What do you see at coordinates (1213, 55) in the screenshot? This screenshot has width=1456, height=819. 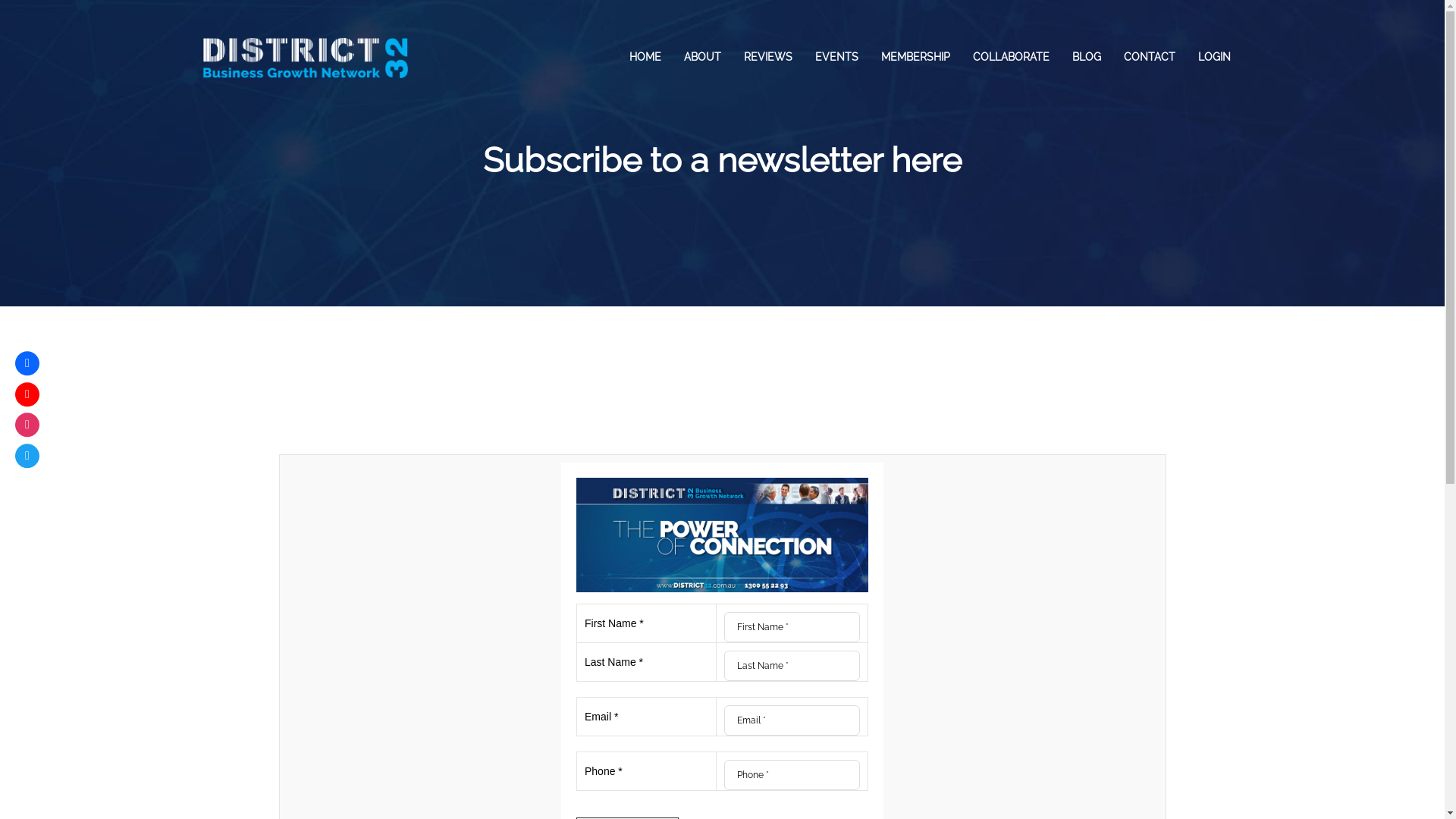 I see `'LOGIN'` at bounding box center [1213, 55].